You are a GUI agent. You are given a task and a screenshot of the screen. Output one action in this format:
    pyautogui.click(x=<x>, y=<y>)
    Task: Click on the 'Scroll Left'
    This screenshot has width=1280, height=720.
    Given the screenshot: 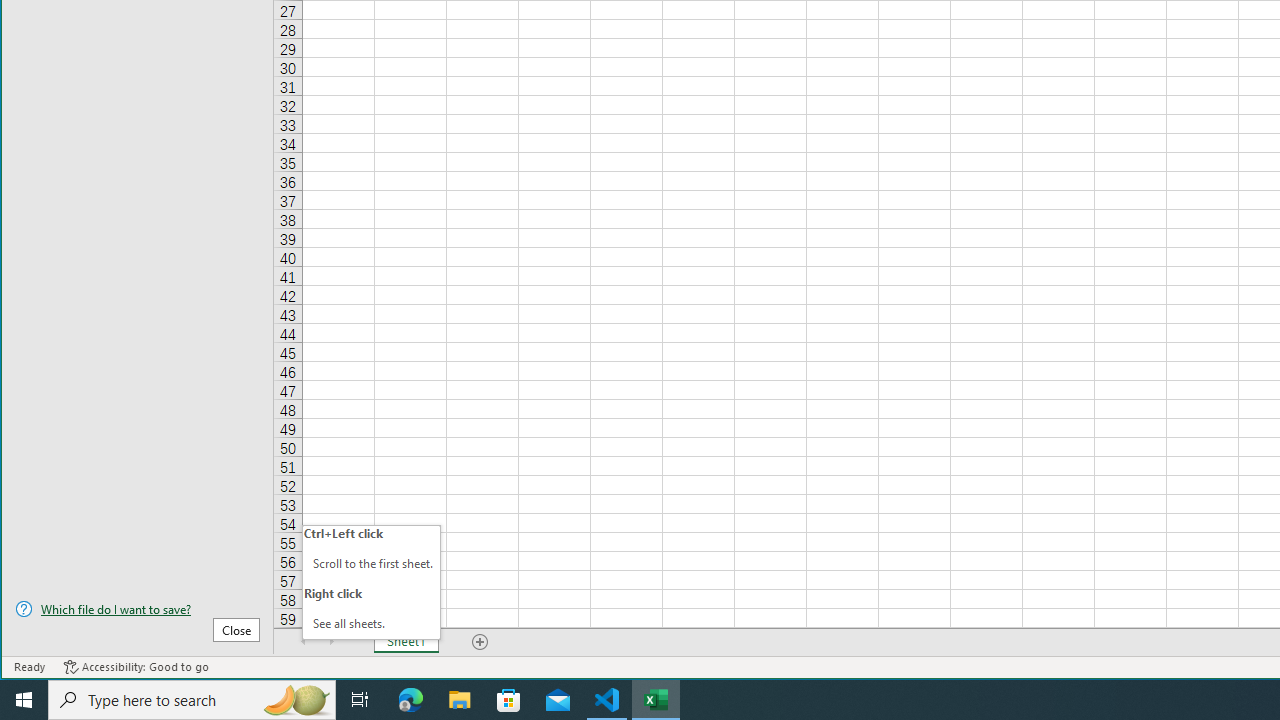 What is the action you would take?
    pyautogui.click(x=303, y=641)
    